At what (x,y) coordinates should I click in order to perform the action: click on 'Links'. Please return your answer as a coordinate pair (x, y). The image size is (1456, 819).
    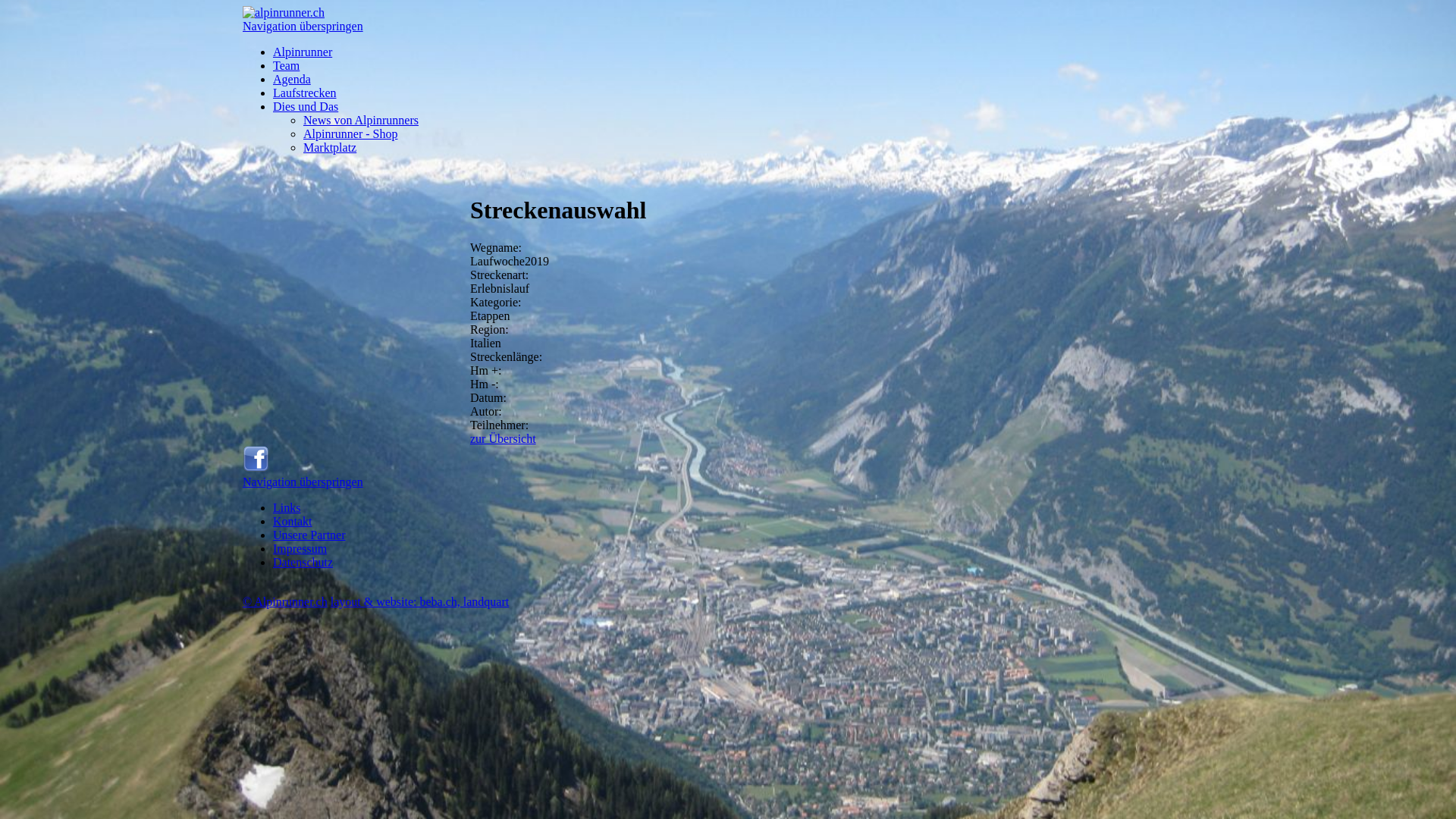
    Looking at the image, I should click on (273, 507).